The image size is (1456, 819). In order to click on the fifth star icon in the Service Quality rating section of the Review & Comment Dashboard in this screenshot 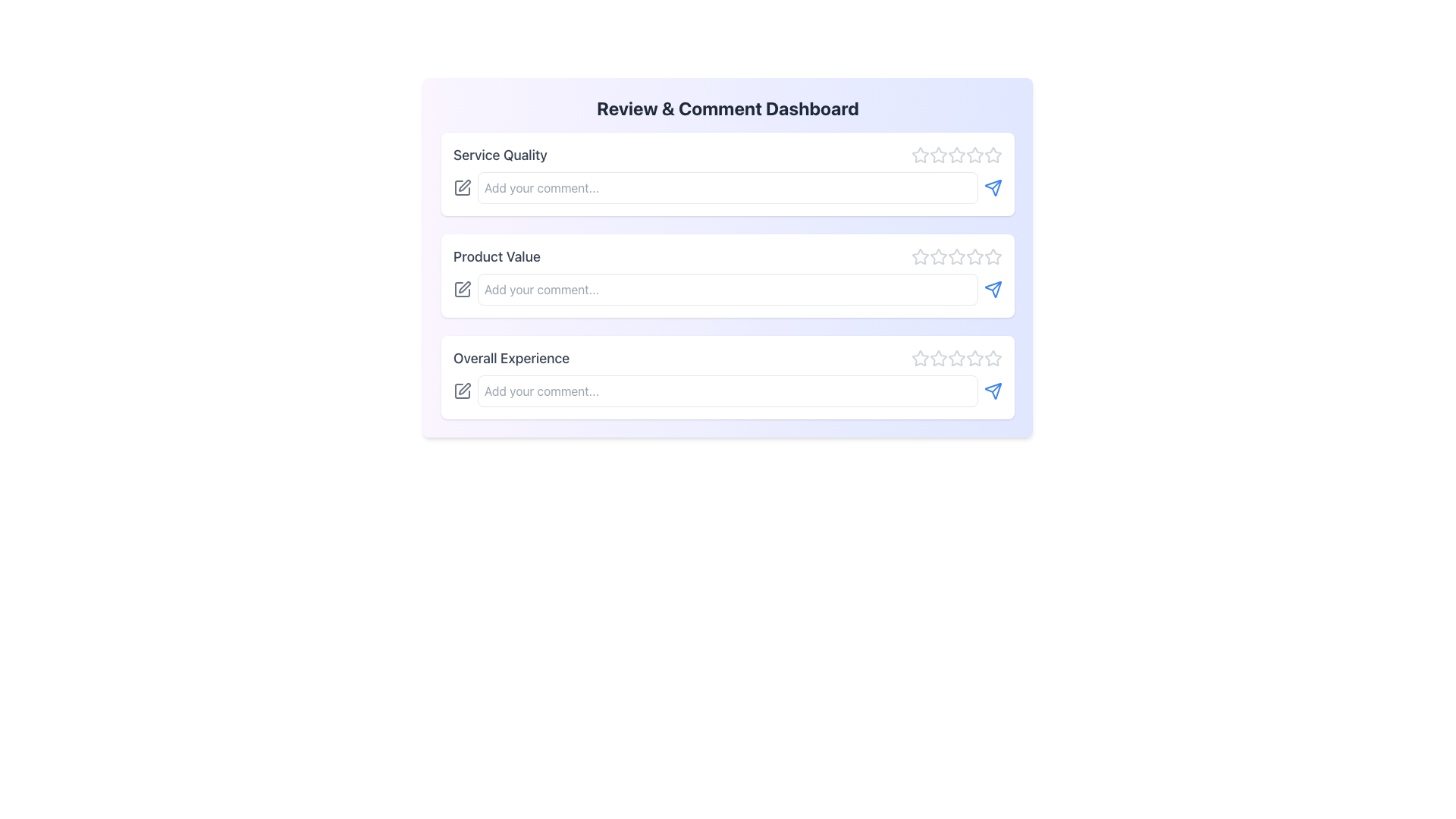, I will do `click(975, 155)`.